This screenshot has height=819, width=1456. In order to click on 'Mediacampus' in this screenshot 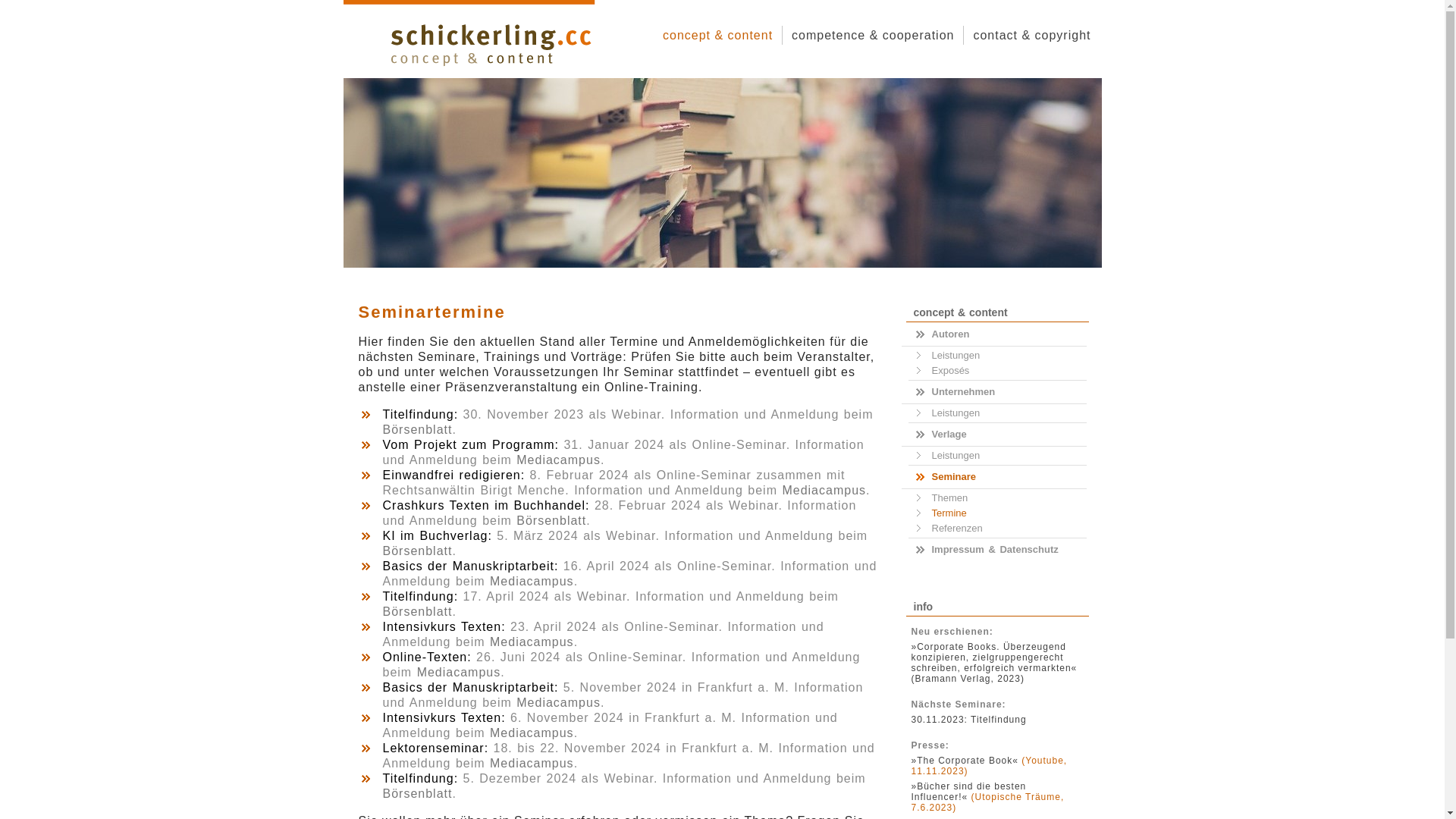, I will do `click(532, 763)`.